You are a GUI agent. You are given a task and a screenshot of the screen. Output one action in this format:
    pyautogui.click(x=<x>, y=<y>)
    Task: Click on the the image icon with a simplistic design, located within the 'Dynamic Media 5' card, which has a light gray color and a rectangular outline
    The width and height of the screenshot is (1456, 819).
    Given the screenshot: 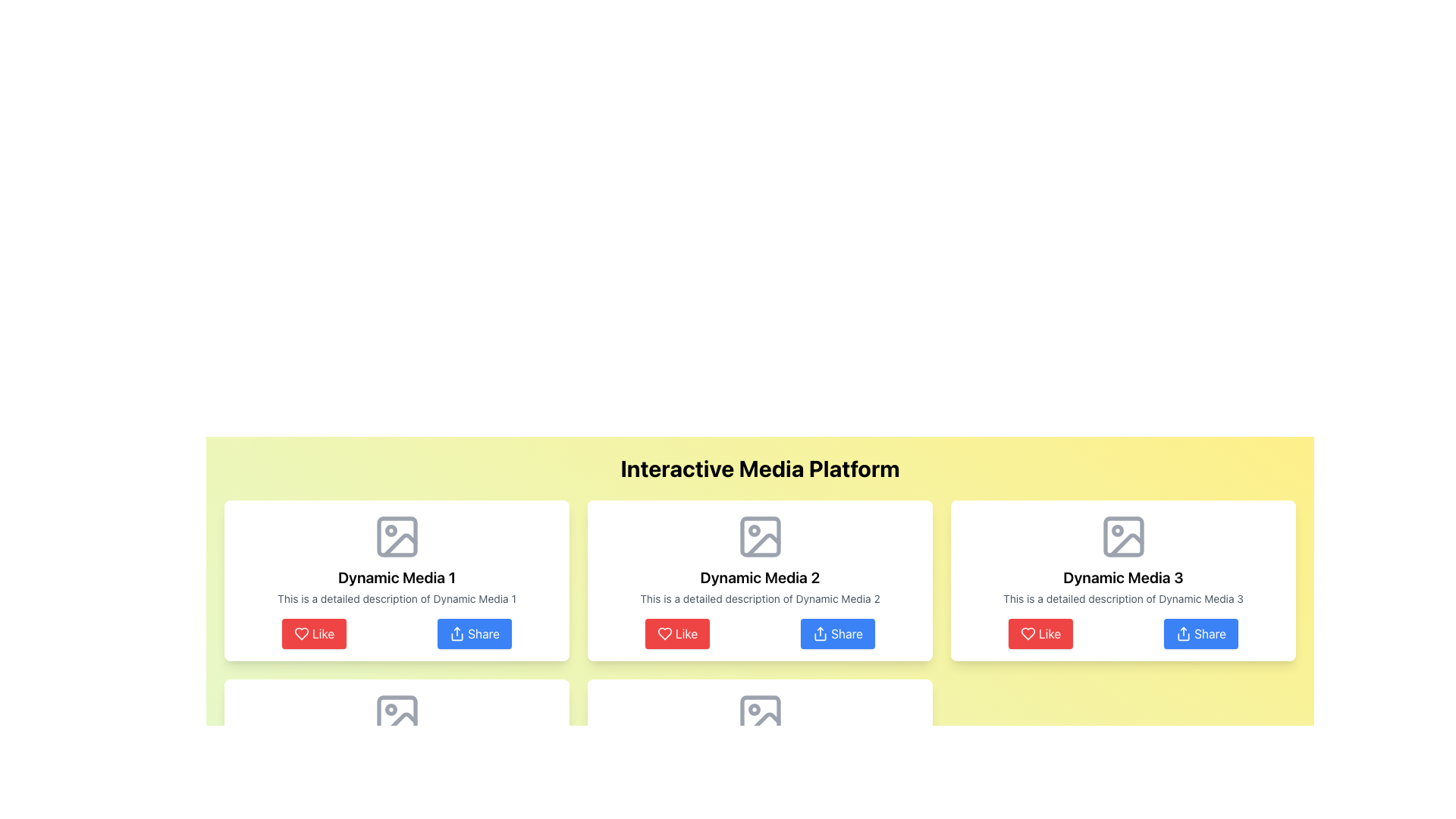 What is the action you would take?
    pyautogui.click(x=760, y=716)
    